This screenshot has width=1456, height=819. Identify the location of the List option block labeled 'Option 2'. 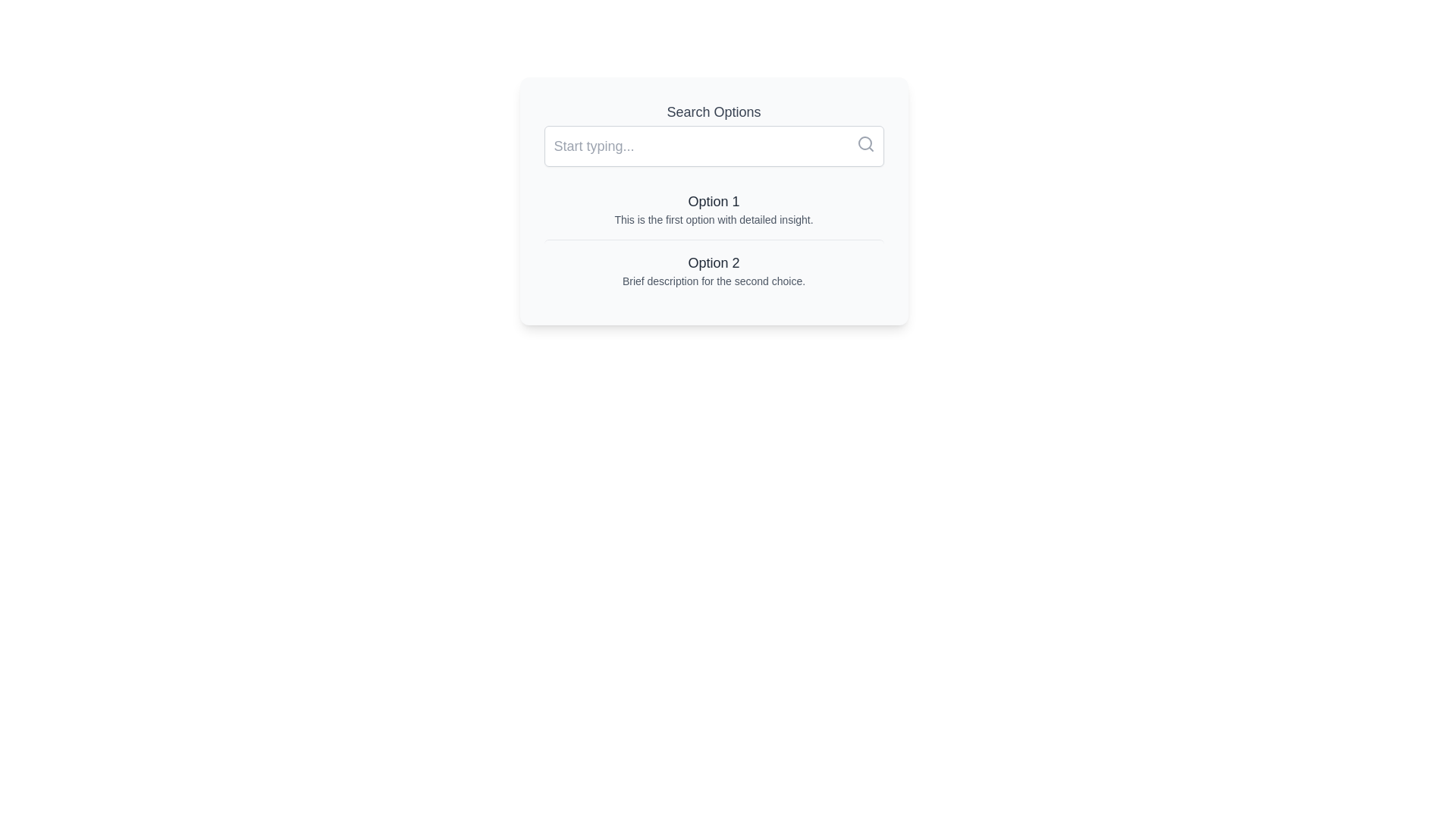
(713, 269).